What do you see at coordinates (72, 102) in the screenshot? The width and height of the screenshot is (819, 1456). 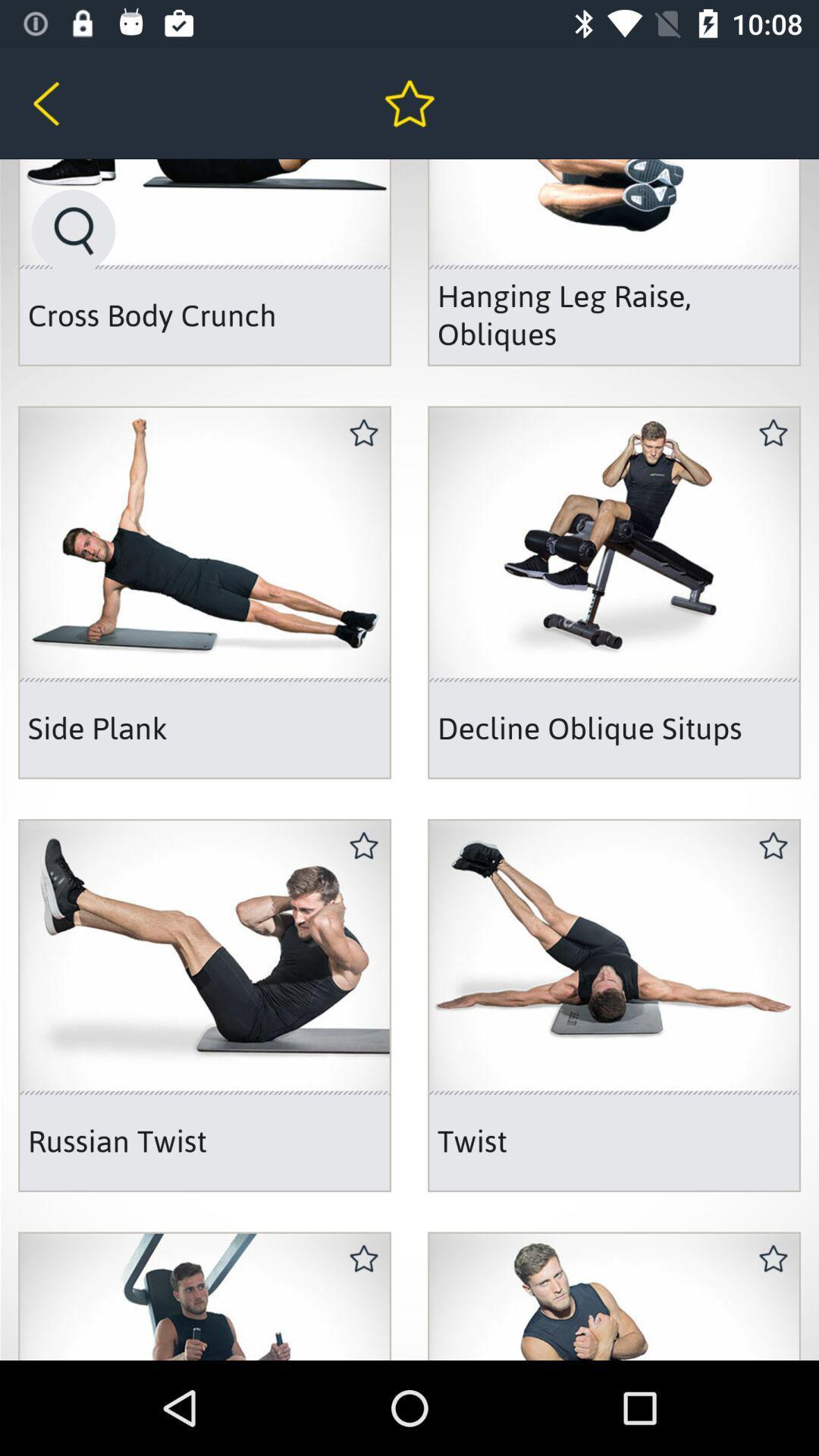 I see `the symbol above search symbol on the top left corner of the page` at bounding box center [72, 102].